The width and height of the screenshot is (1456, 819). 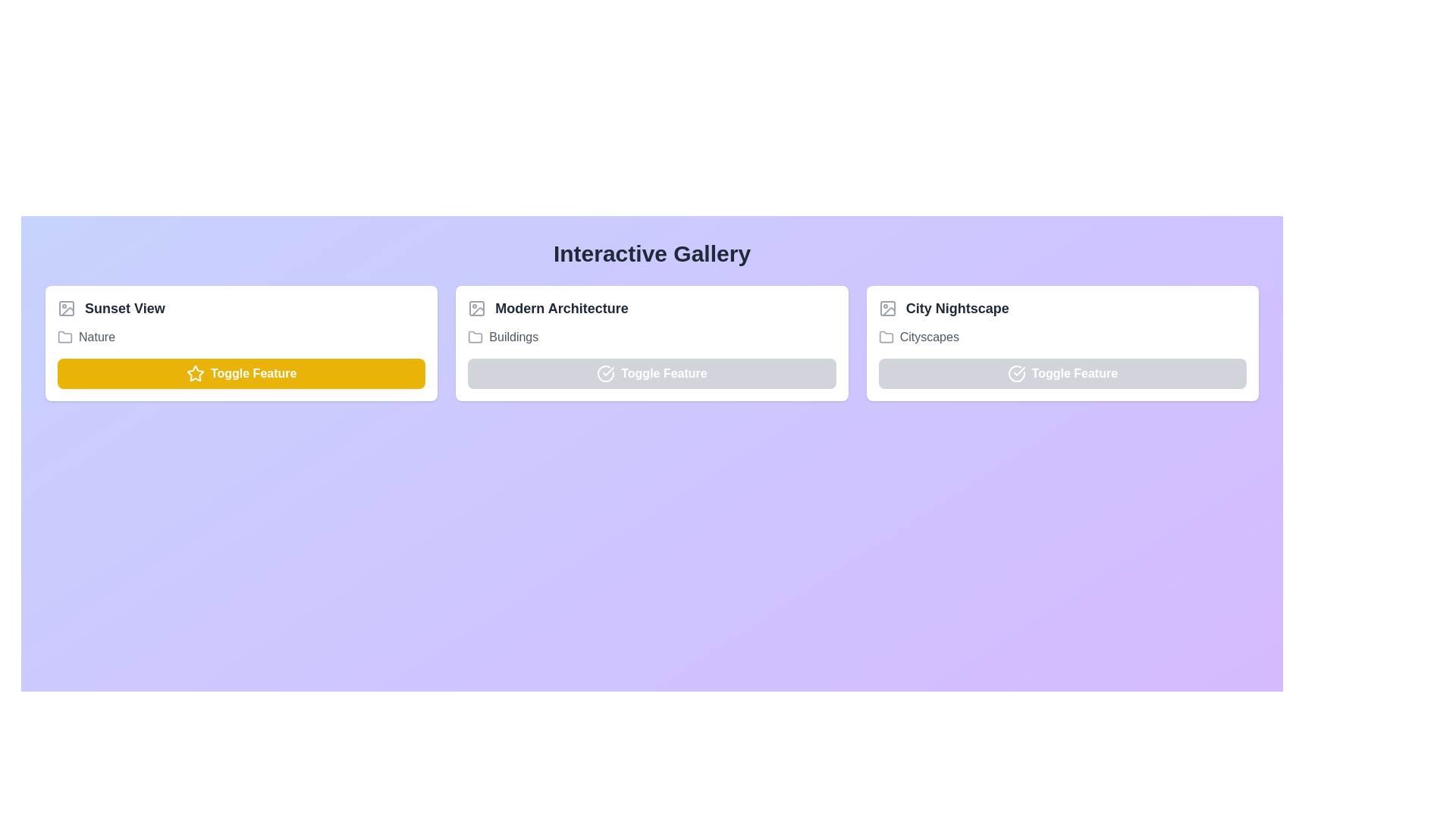 What do you see at coordinates (475, 336) in the screenshot?
I see `the small grayscale folder icon located within the 'Modern Architecture' card, adjacent to the 'Buildings' label` at bounding box center [475, 336].